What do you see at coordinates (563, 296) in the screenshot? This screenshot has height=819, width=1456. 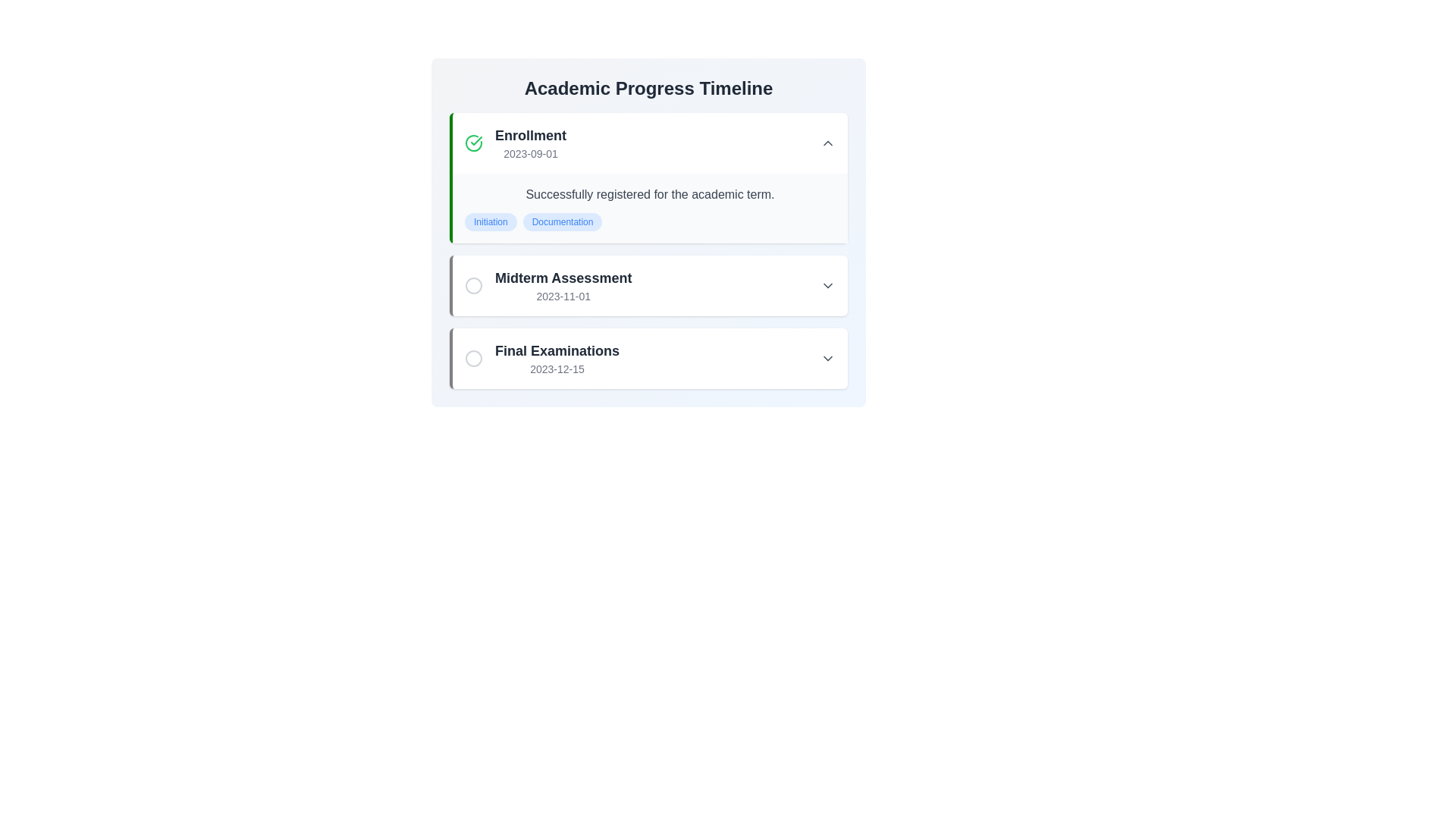 I see `date displayed in gray text below the 'Midterm Assessment' heading, which shows '2023-11-01'` at bounding box center [563, 296].